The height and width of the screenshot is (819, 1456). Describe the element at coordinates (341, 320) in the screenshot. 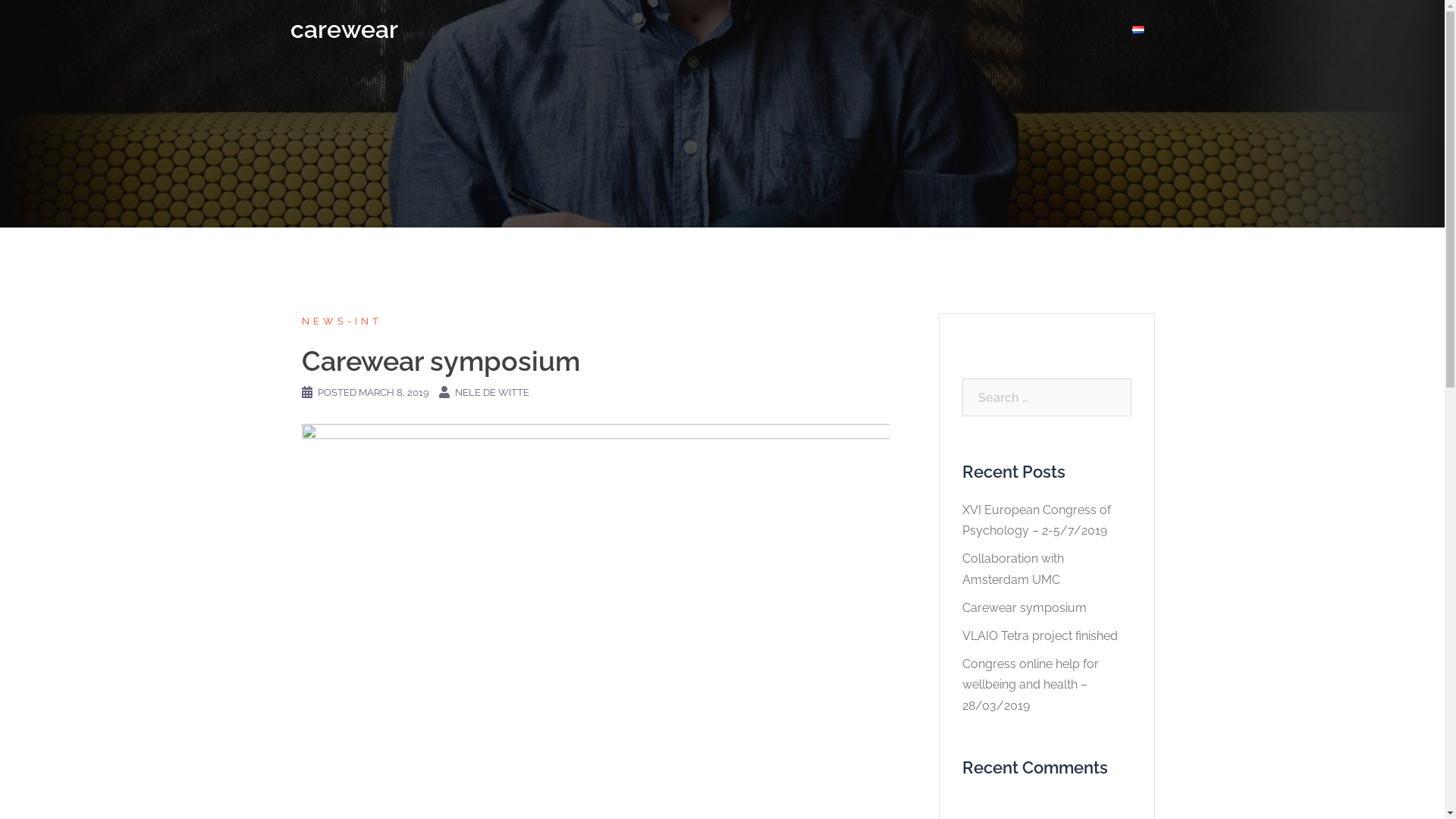

I see `'NEWS-INT'` at that location.